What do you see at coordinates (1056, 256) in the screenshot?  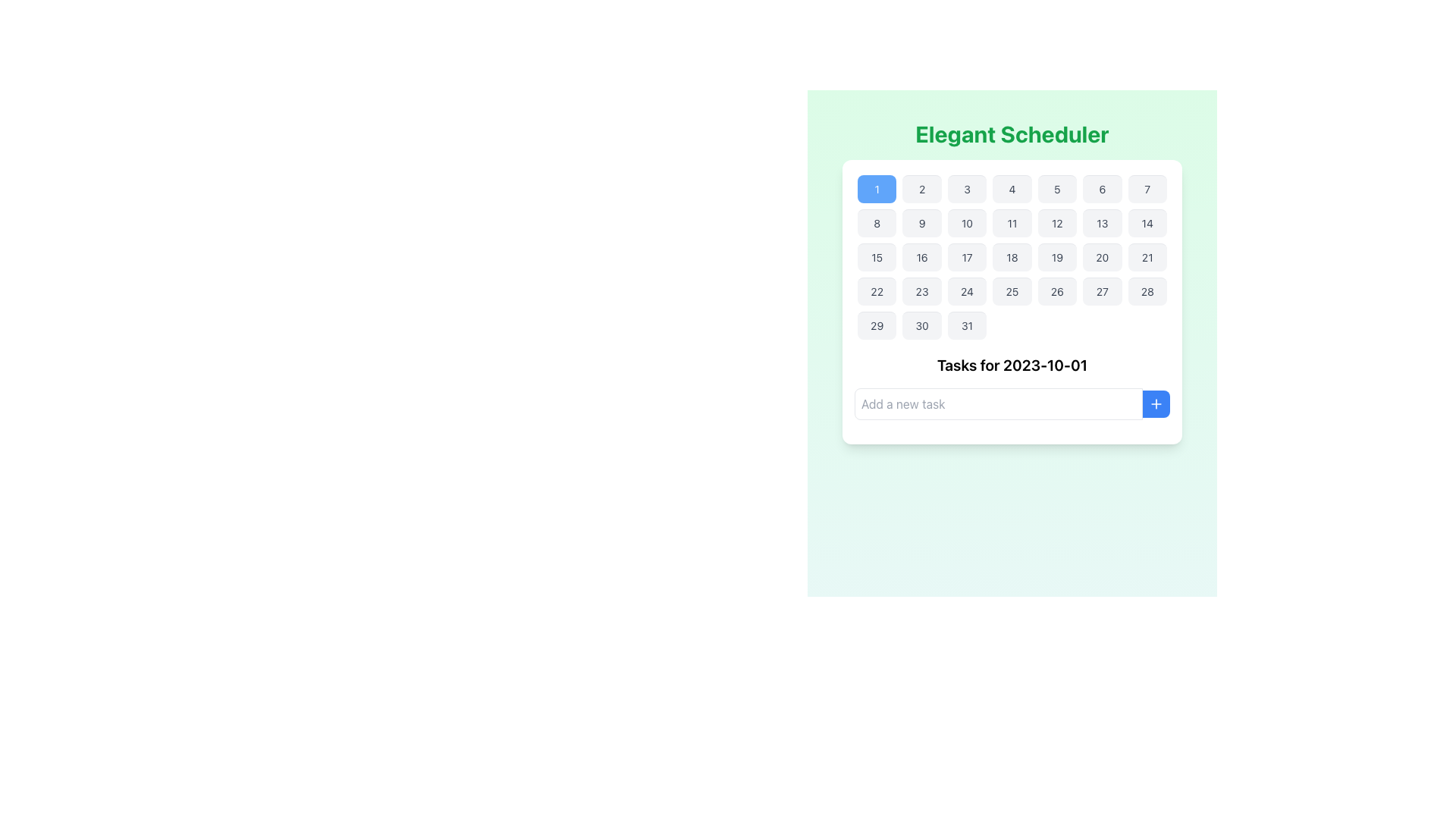 I see `the calendar date button located in the third row and fifth column of the grid` at bounding box center [1056, 256].